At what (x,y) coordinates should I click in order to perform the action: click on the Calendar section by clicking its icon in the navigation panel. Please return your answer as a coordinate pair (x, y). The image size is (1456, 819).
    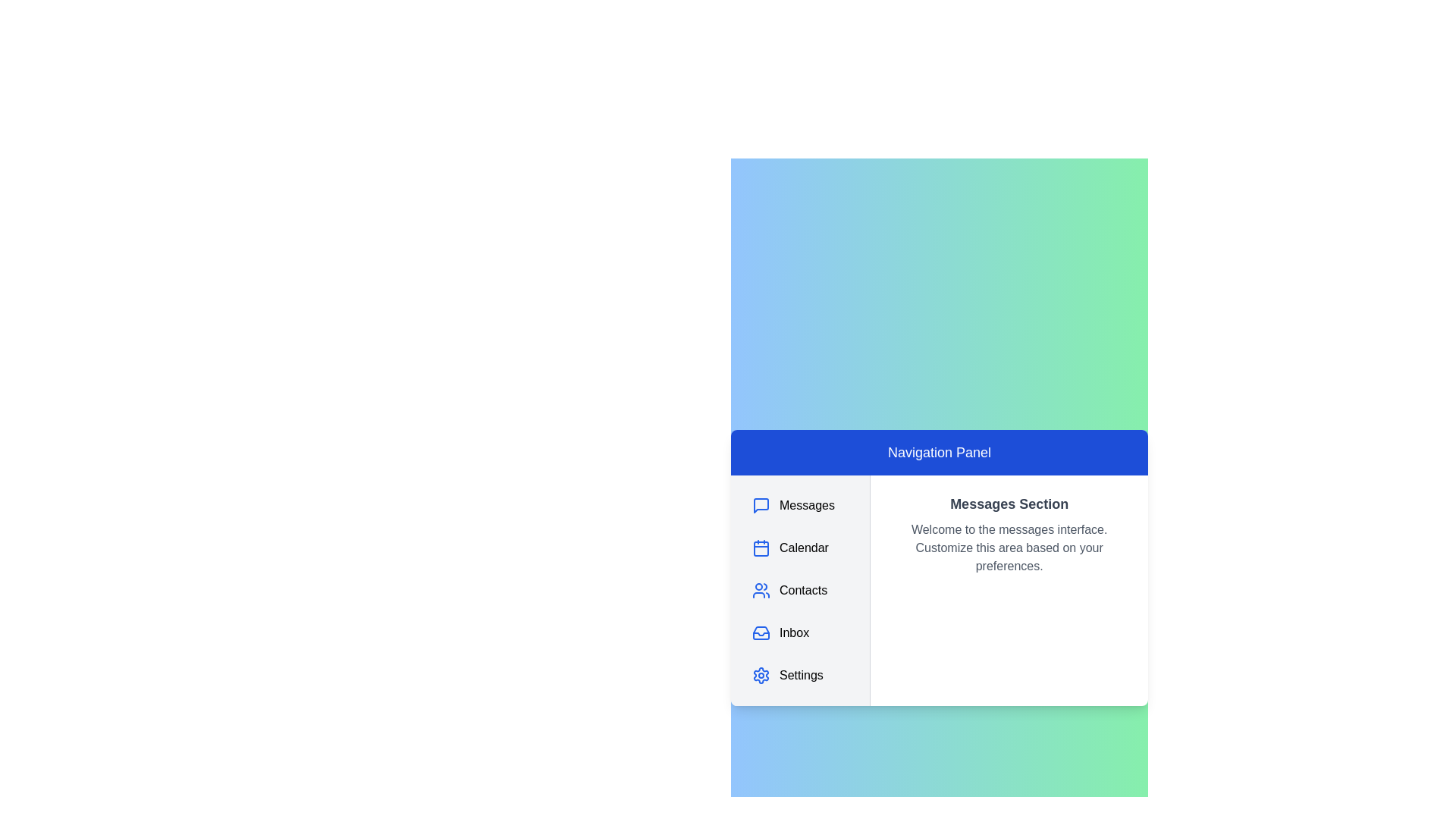
    Looking at the image, I should click on (761, 548).